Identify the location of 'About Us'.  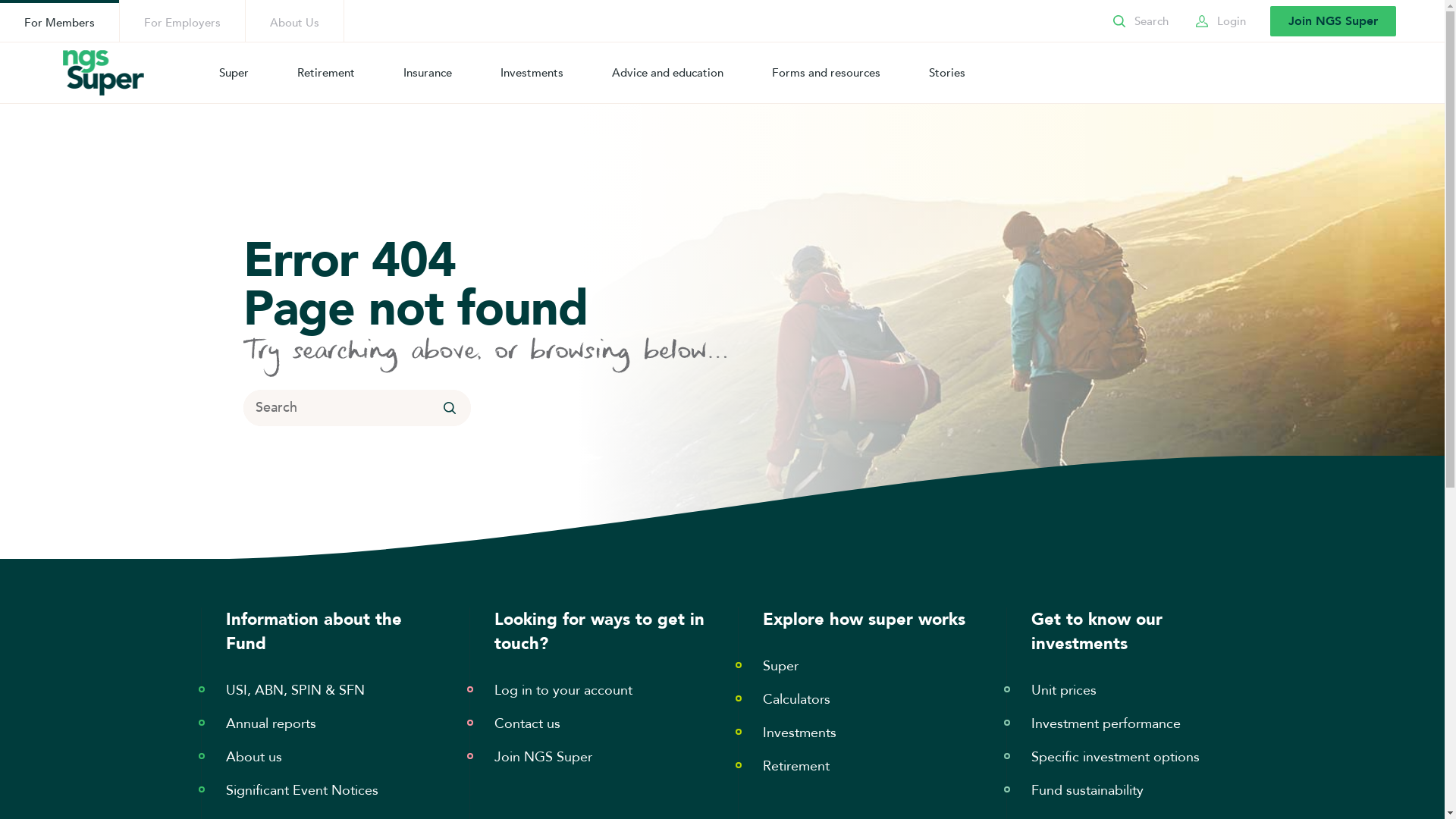
(246, 20).